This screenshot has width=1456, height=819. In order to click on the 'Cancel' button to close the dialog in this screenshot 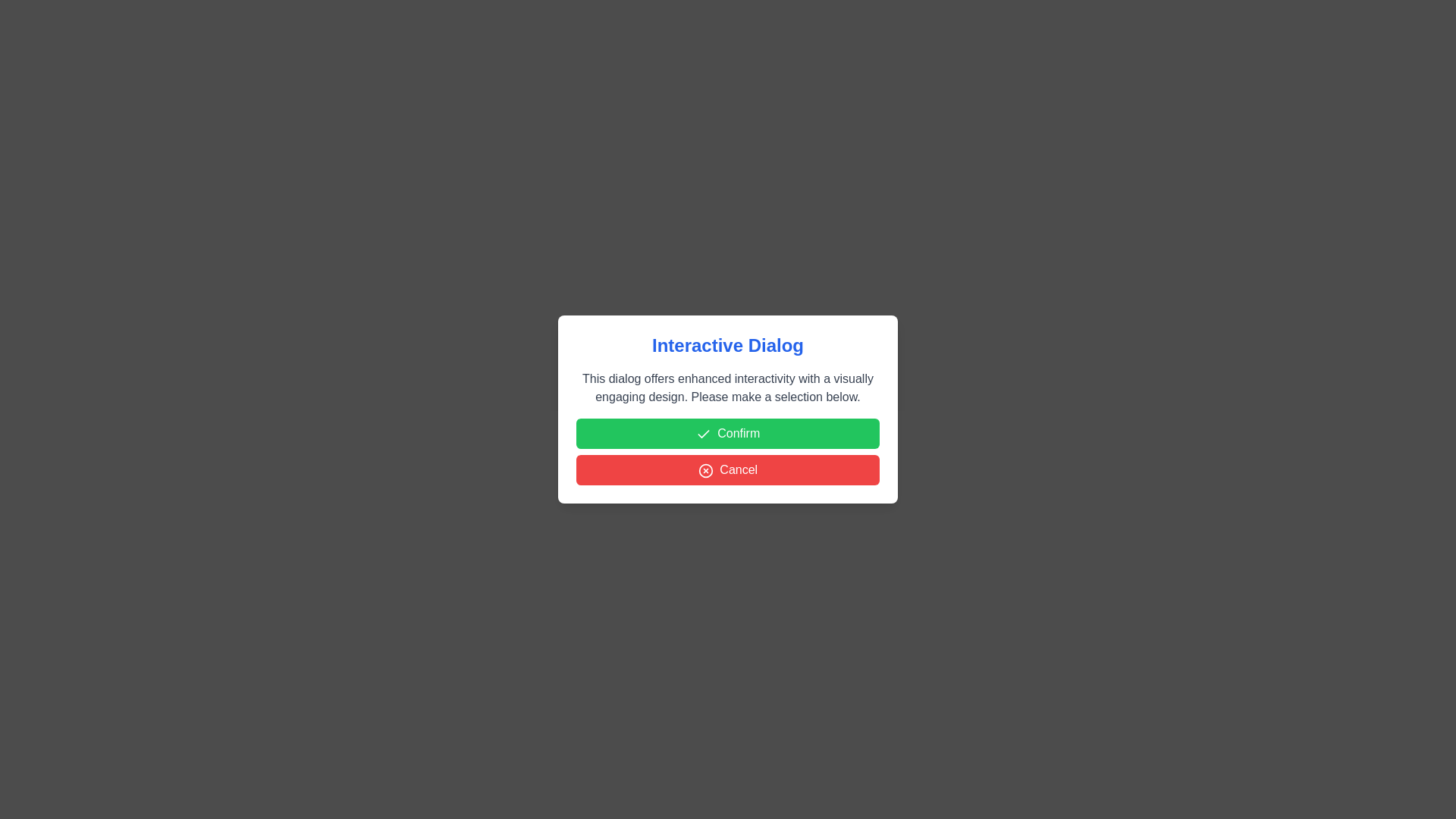, I will do `click(728, 469)`.